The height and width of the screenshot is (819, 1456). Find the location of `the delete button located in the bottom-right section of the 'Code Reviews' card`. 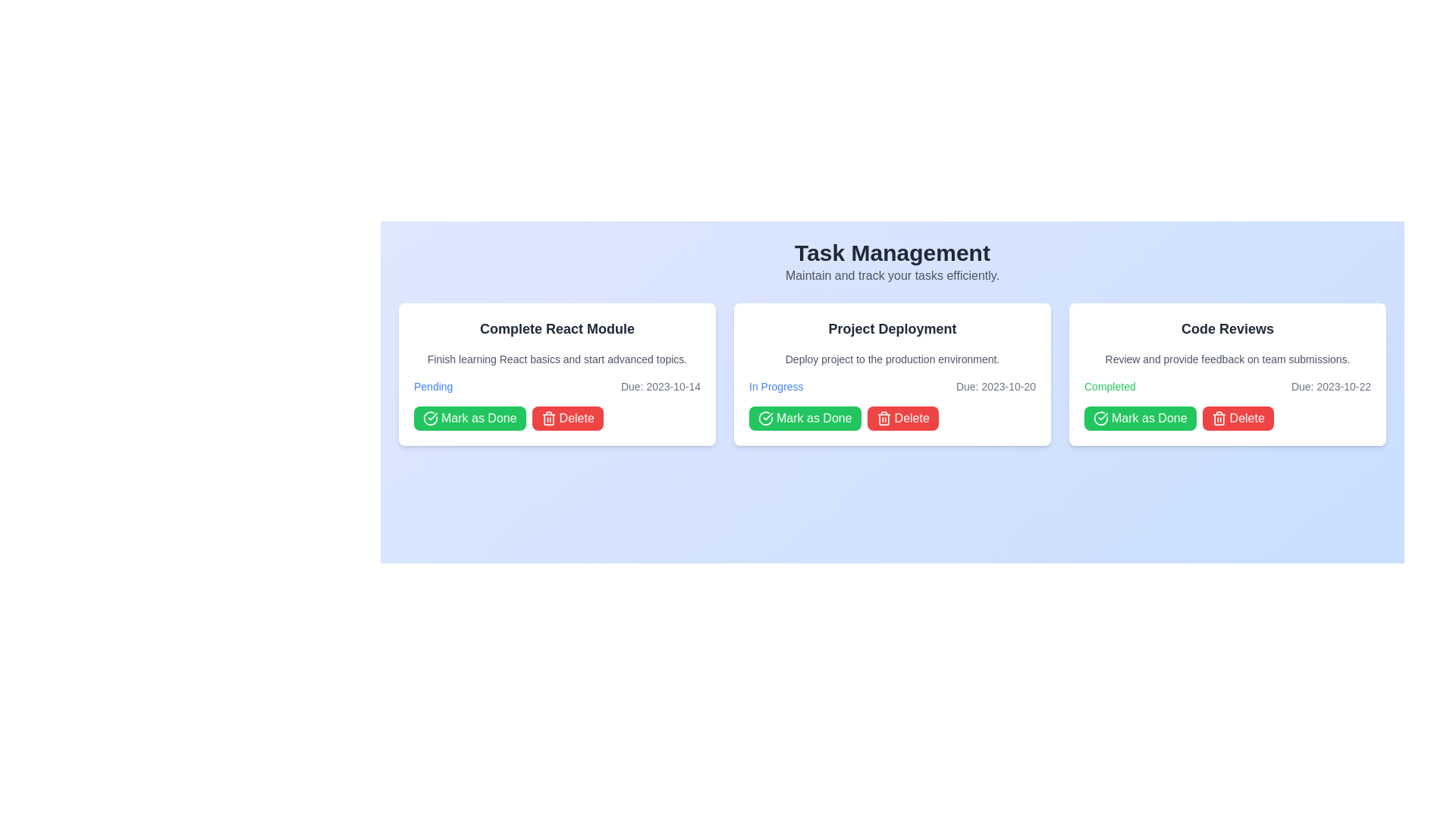

the delete button located in the bottom-right section of the 'Code Reviews' card is located at coordinates (1238, 418).